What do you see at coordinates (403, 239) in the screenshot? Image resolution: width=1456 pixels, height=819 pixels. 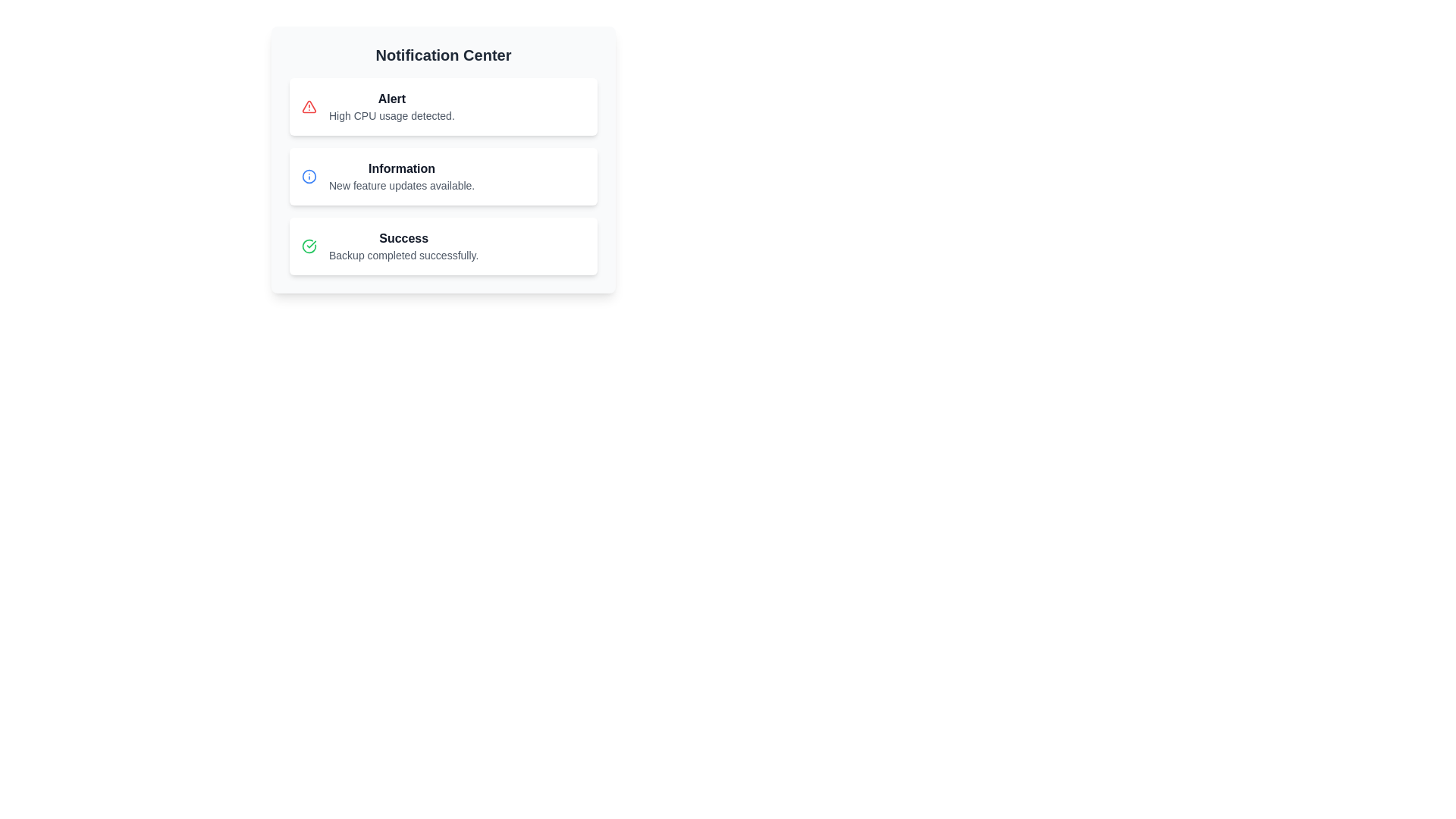 I see `the title text label of the third notification in the Notification Center, which is located below a green icon and above the descriptive text 'Backup completed successfully.'` at bounding box center [403, 239].